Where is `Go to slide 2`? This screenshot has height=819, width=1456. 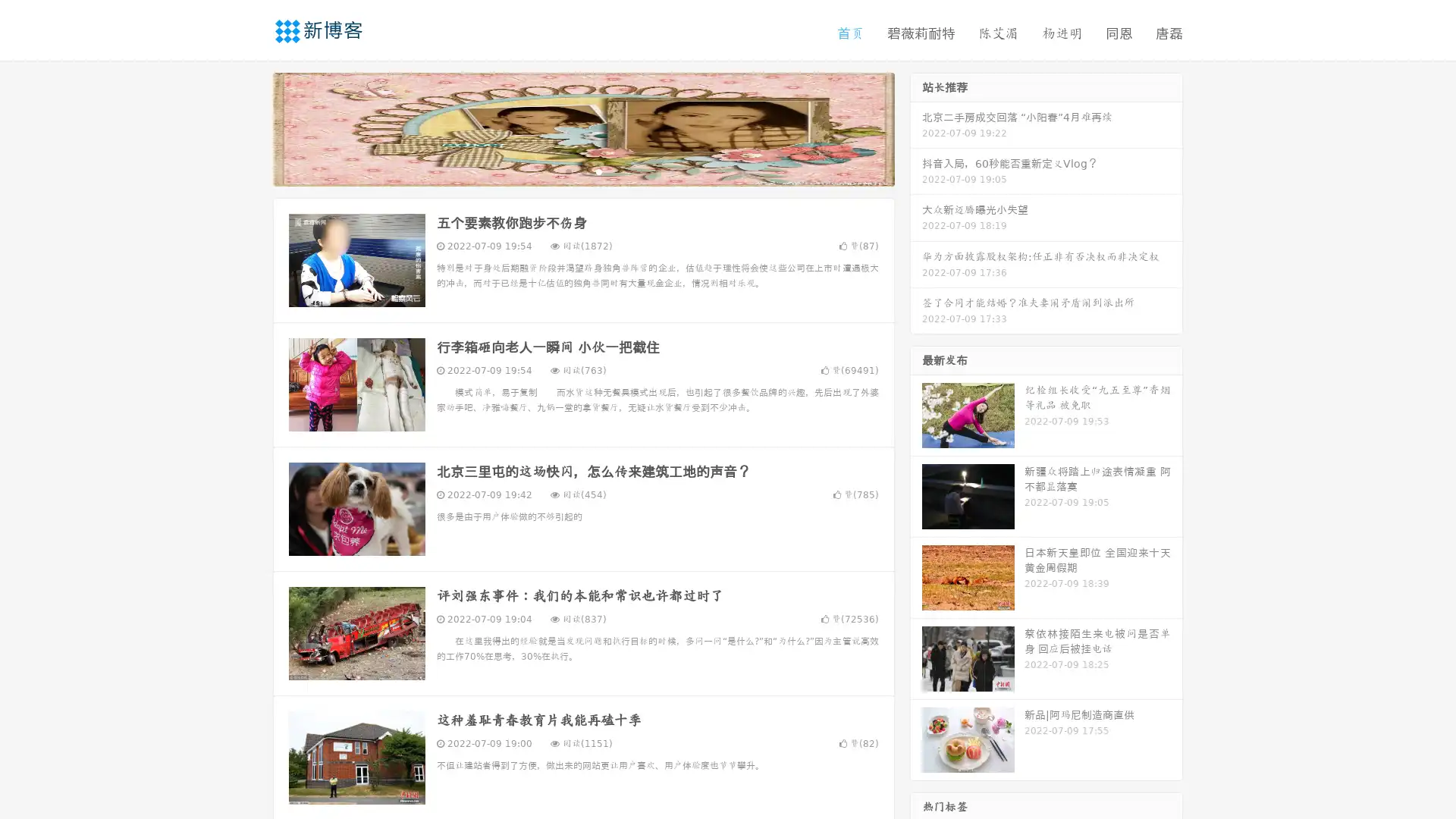
Go to slide 2 is located at coordinates (582, 171).